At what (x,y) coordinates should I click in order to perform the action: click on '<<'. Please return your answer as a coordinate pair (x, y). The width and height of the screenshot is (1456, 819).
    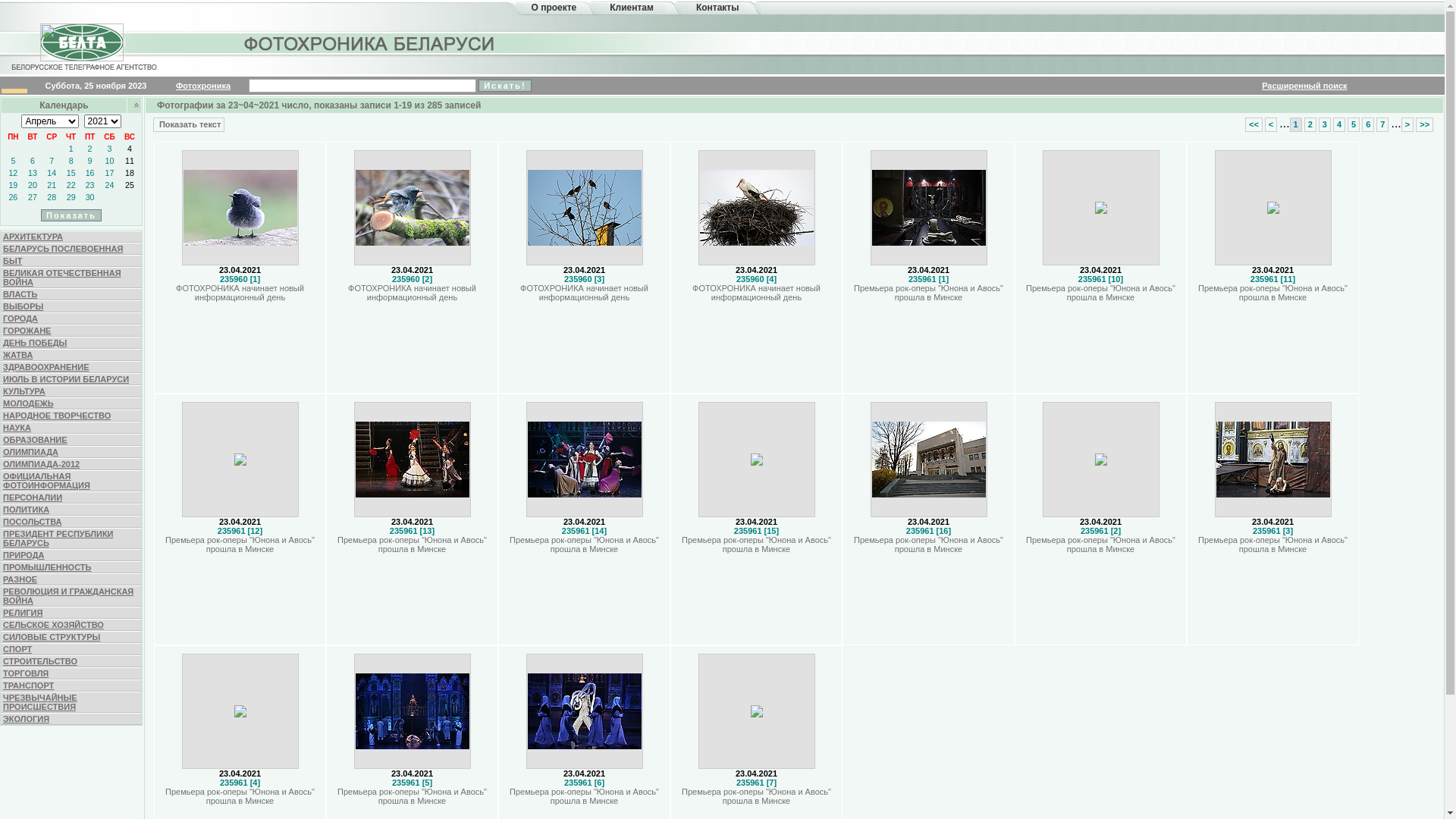
    Looking at the image, I should click on (1254, 123).